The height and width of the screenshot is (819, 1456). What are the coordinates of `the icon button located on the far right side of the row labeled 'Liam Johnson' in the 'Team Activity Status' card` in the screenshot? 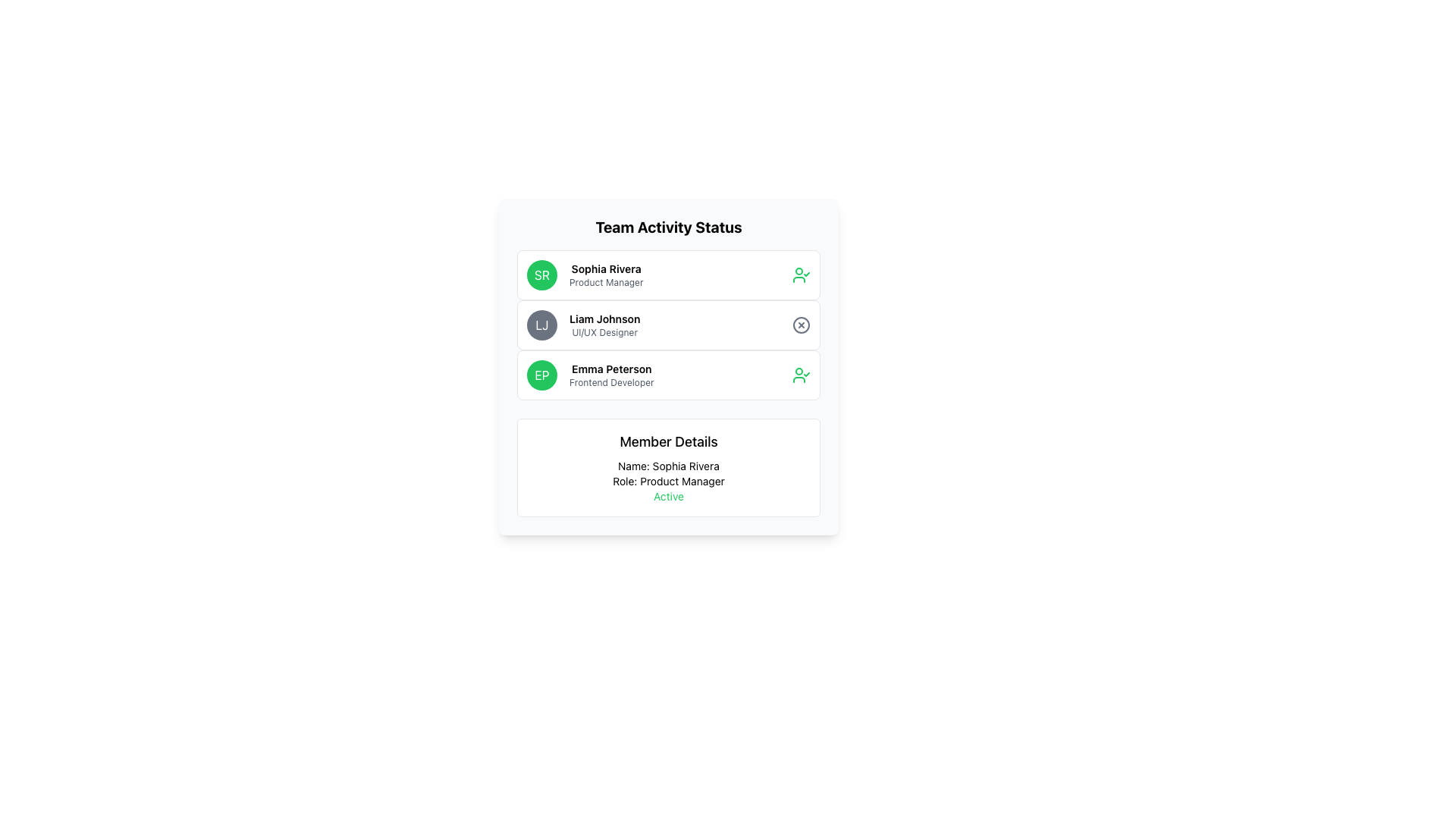 It's located at (800, 324).